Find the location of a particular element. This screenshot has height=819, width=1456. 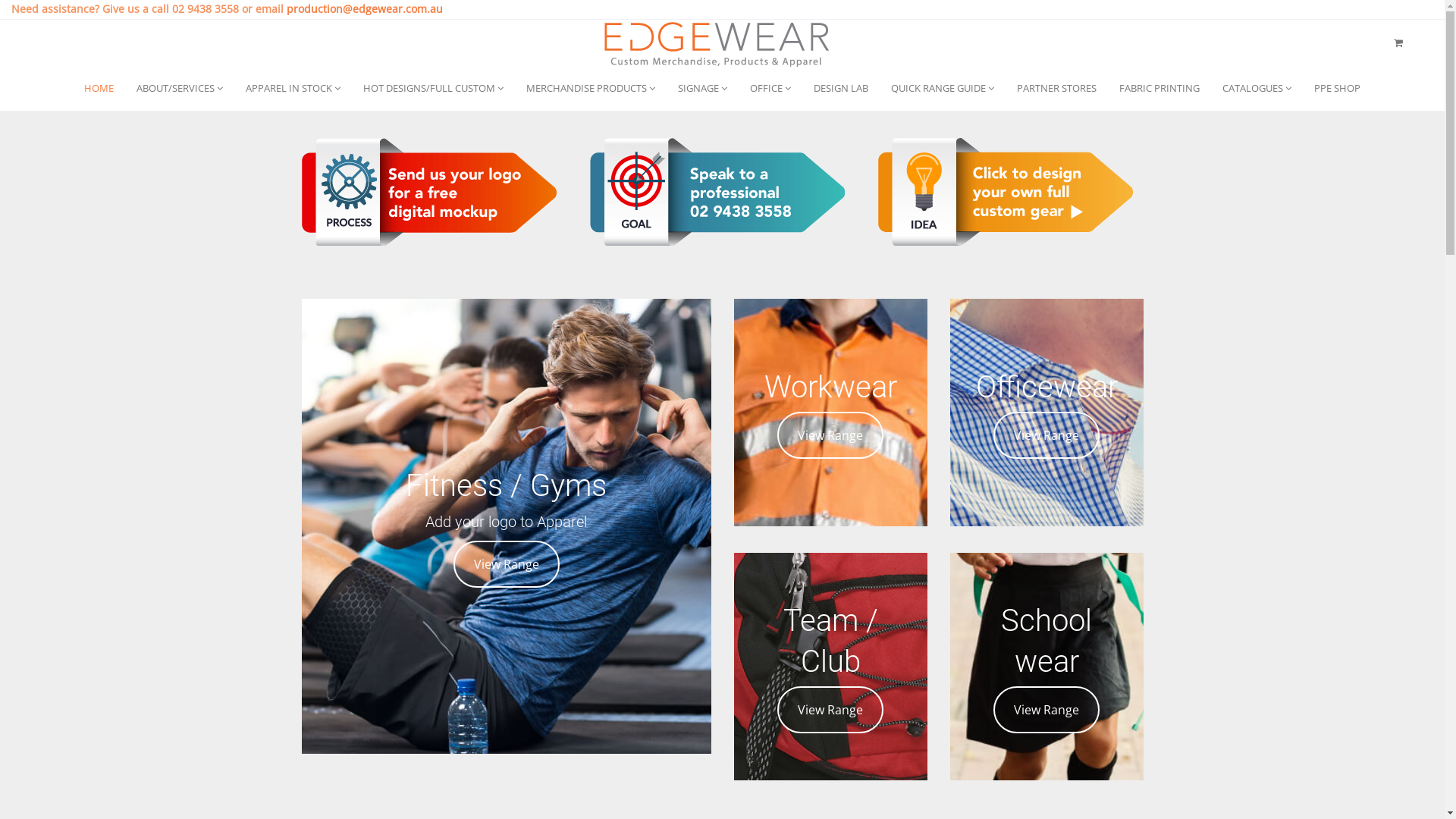

'02 9438 3558' is located at coordinates (171, 8).